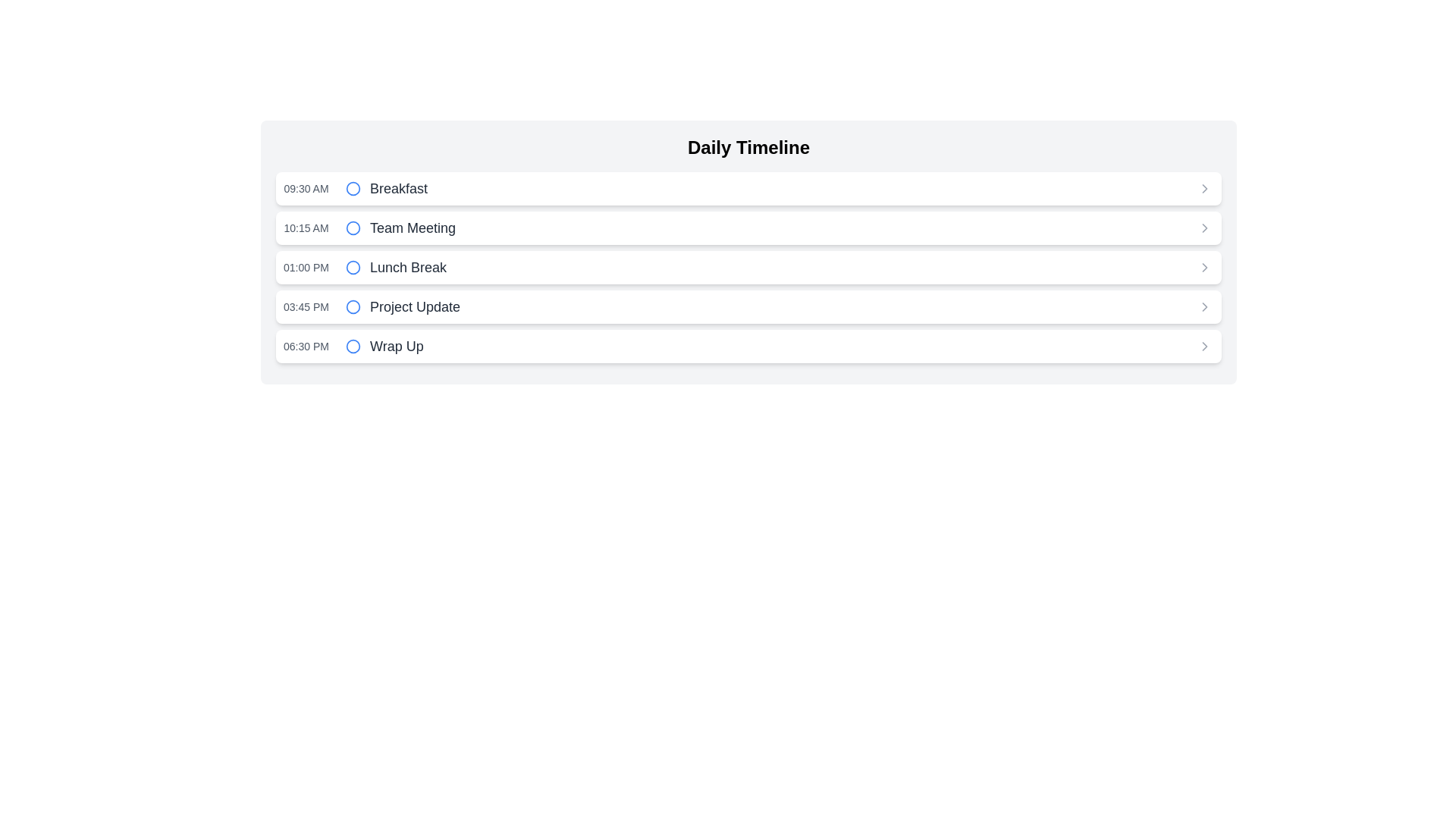 This screenshot has width=1456, height=819. What do you see at coordinates (352, 227) in the screenshot?
I see `the circular SVG element with a blue border located to the left of the '10:15 AM' time entry for the 'Team Meeting' event in the vertical timeline list` at bounding box center [352, 227].